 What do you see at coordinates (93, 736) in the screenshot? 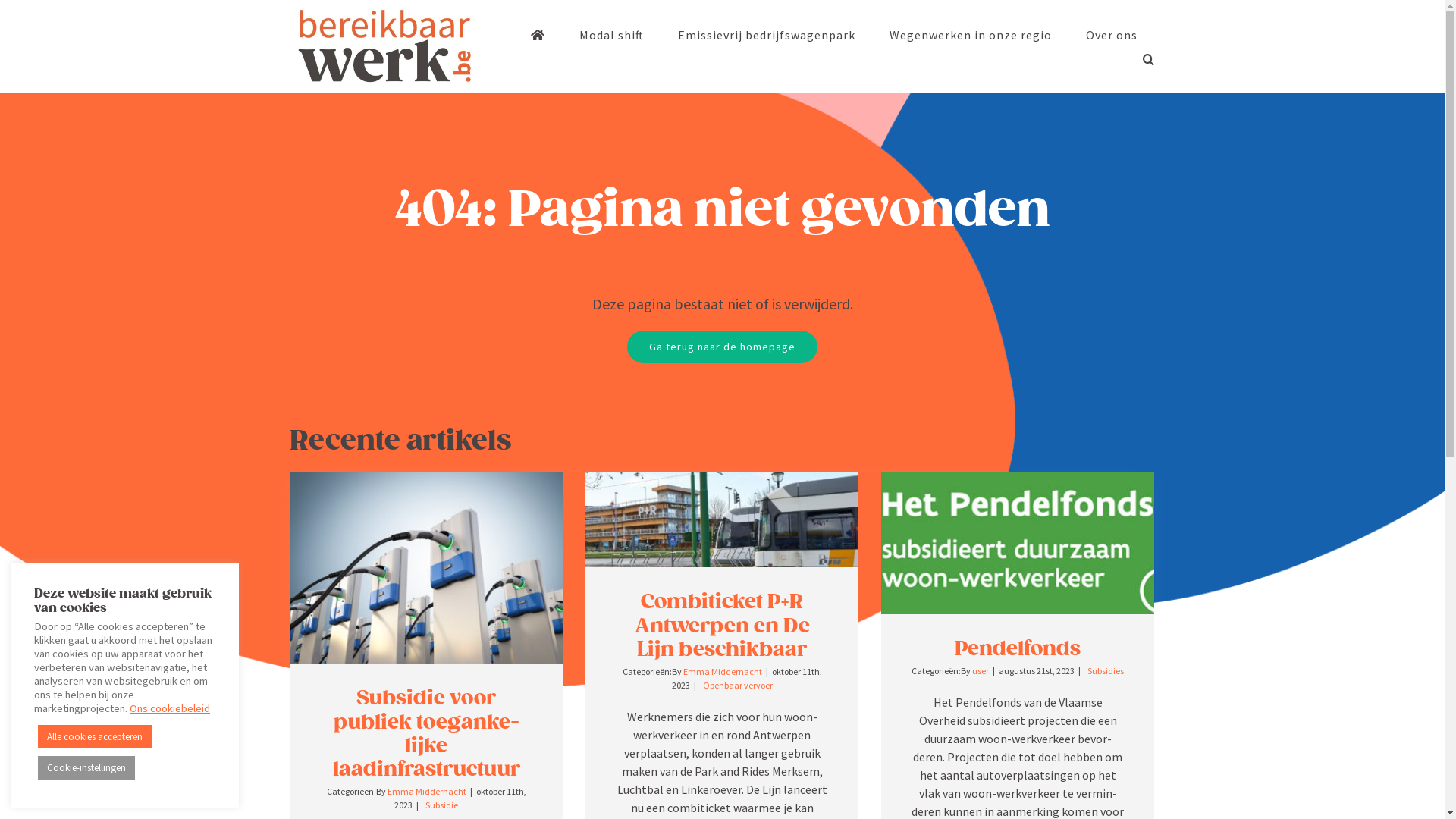
I see `'Alle cookies accepteren'` at bounding box center [93, 736].